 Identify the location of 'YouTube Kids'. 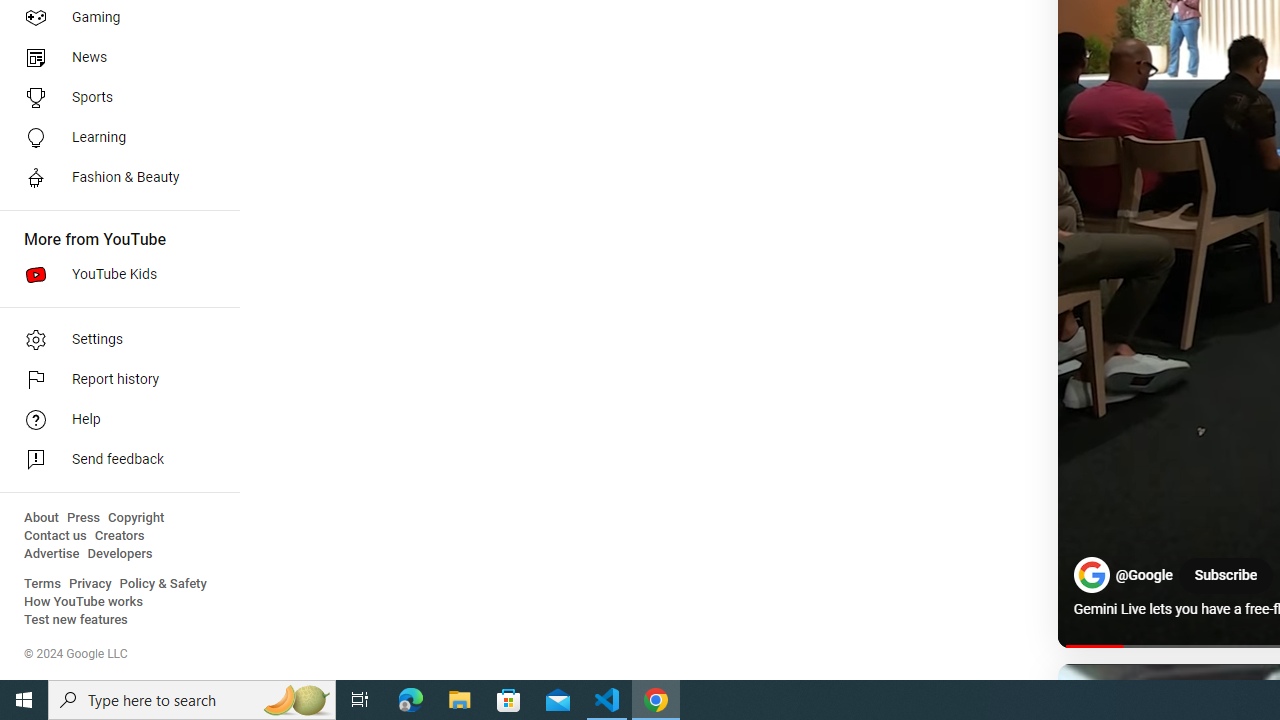
(112, 275).